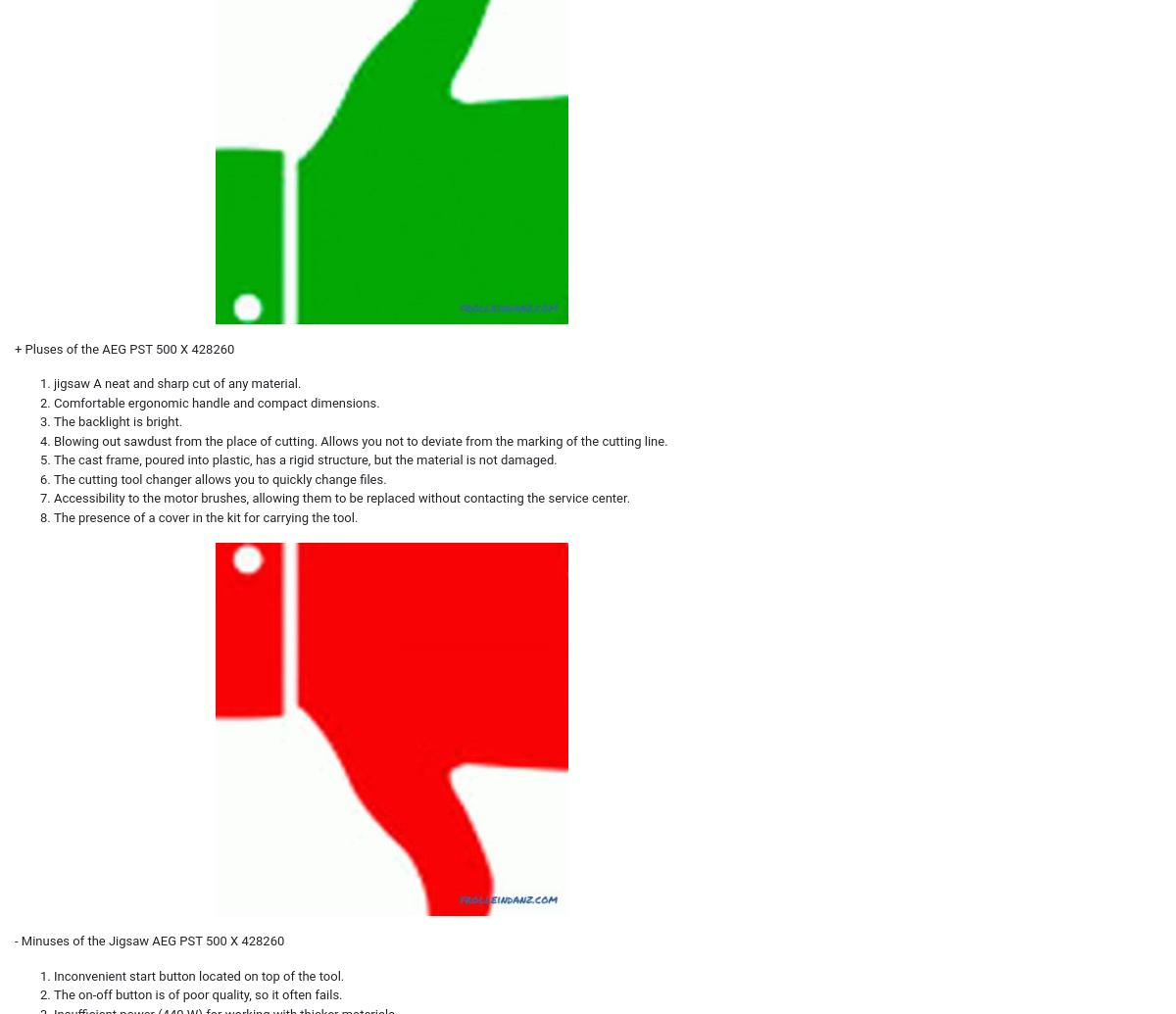  I want to click on 'The on-off button is of poor quality, so it often fails.', so click(53, 993).